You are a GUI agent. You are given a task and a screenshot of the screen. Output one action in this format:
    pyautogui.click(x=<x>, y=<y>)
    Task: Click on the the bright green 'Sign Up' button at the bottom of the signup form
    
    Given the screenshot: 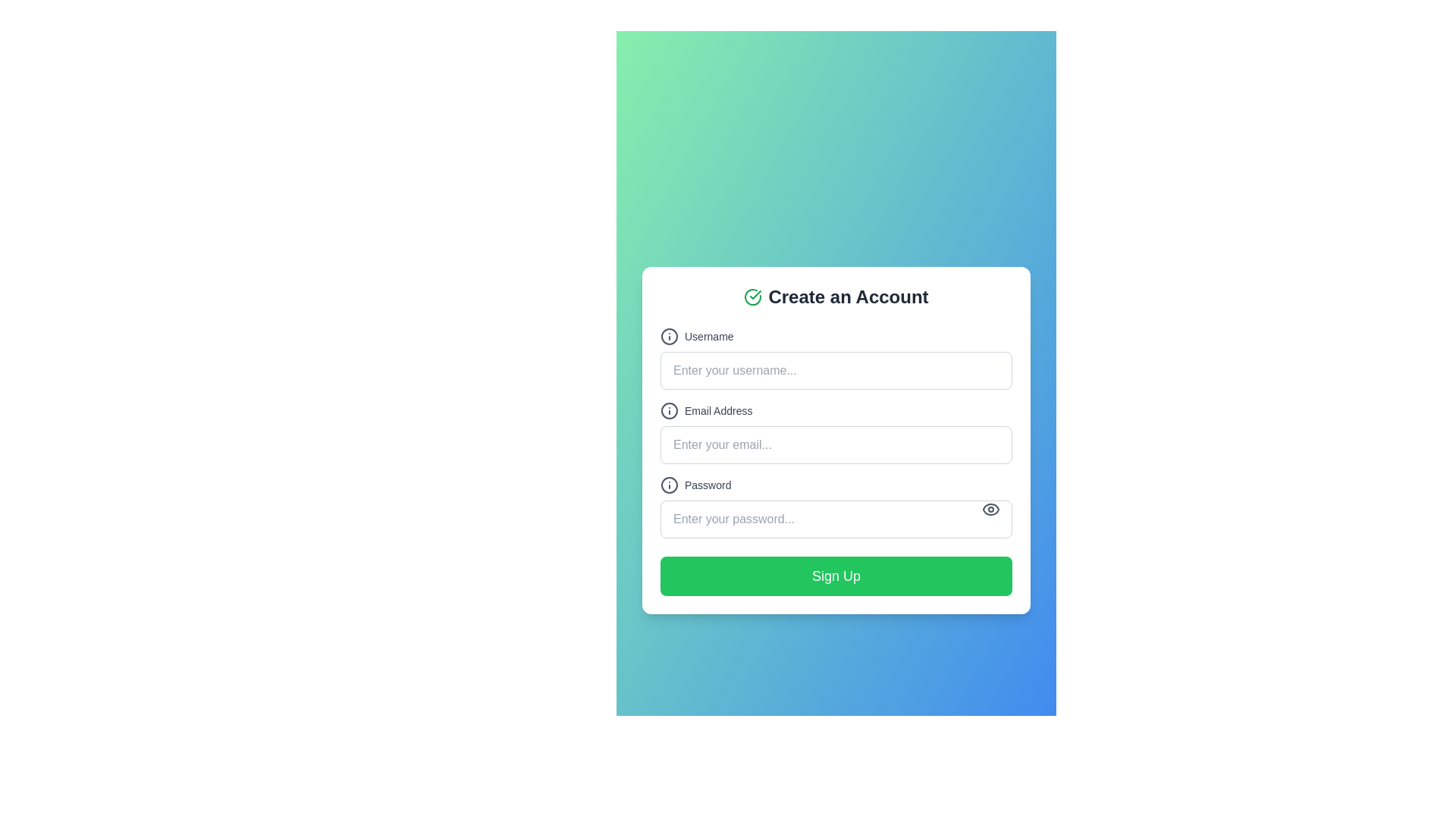 What is the action you would take?
    pyautogui.click(x=836, y=576)
    